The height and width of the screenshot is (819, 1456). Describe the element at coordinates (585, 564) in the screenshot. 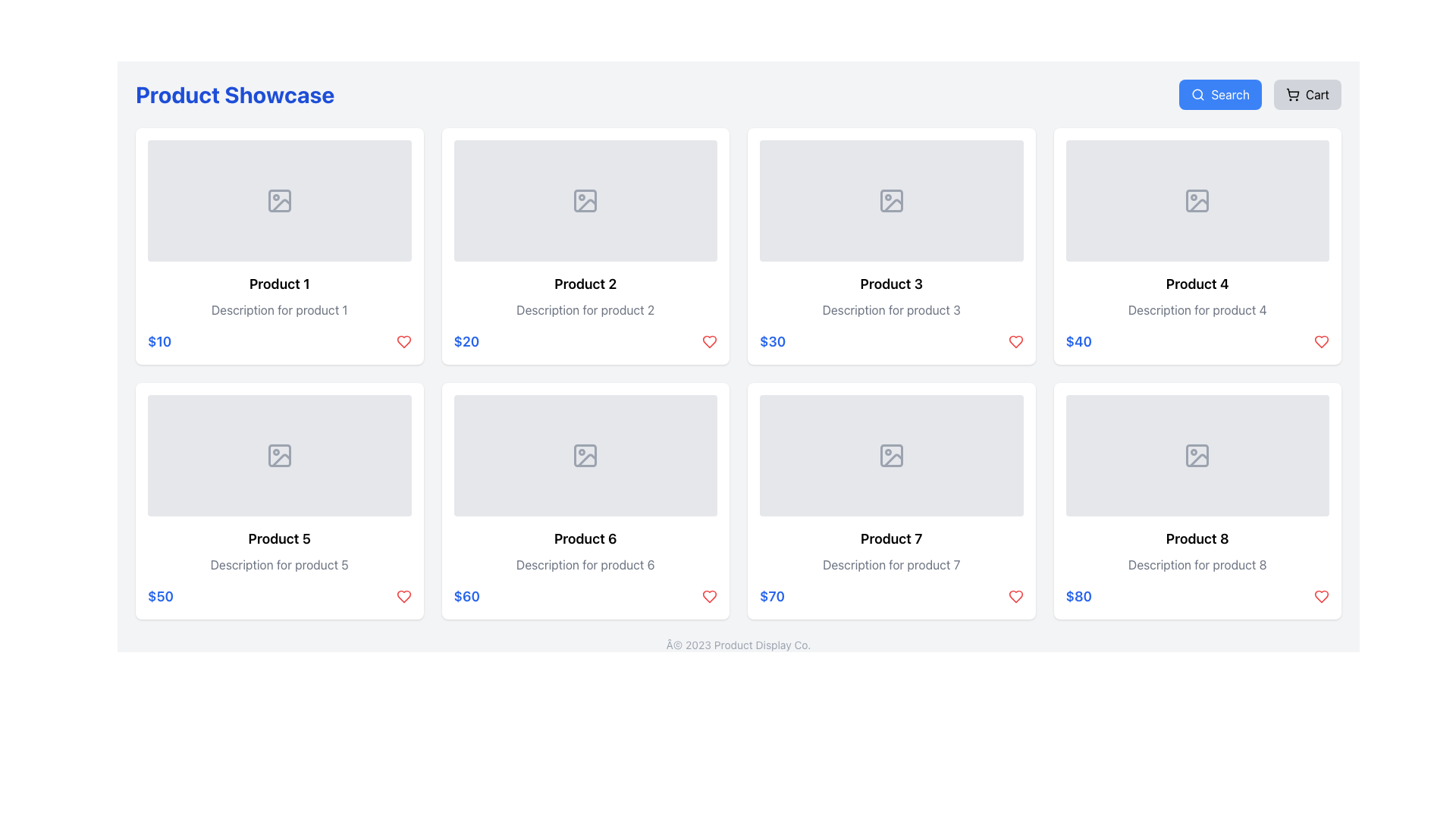

I see `the label displaying 'Description for product 6', which is located below the title 'Product 6' and above the price '$60' in the sixth product card` at that location.